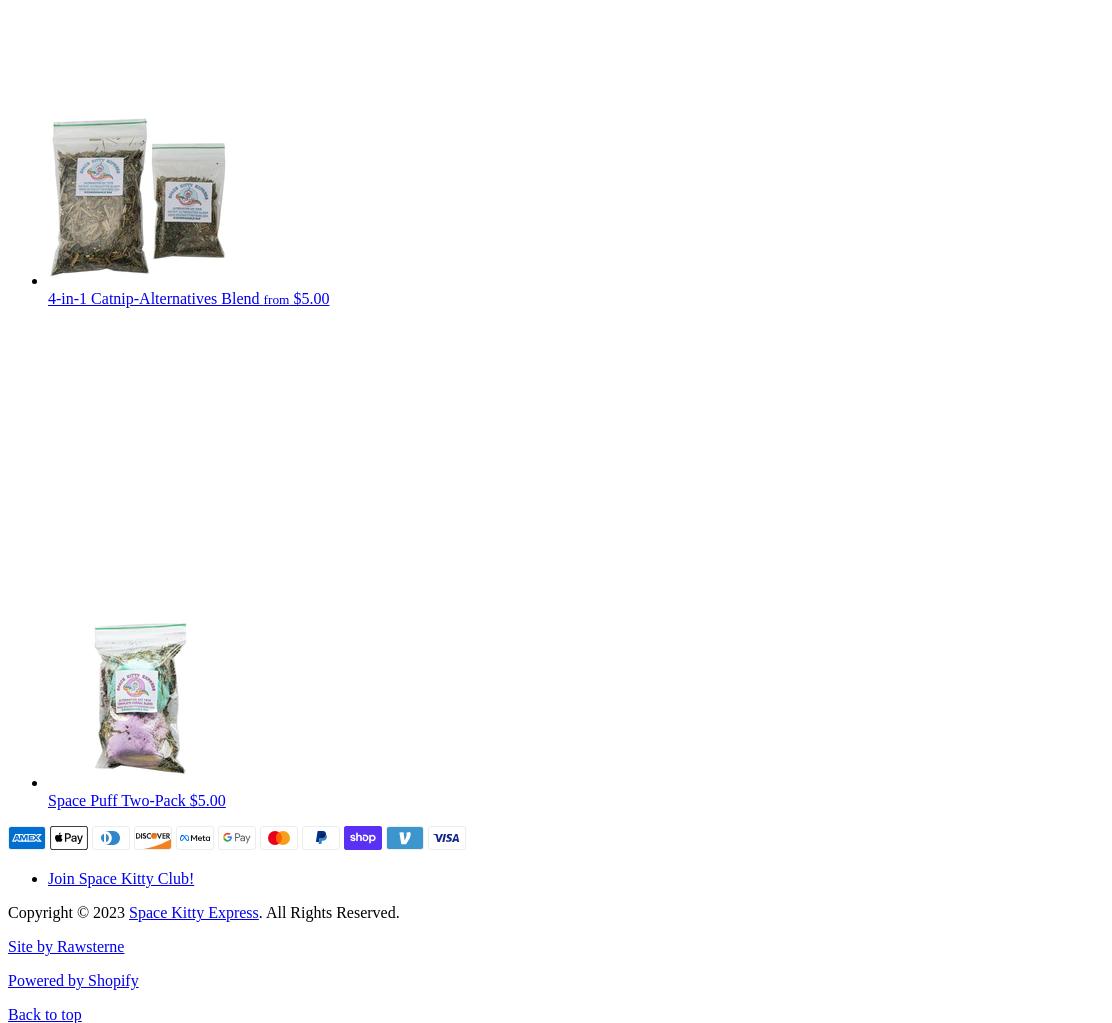 The width and height of the screenshot is (1112, 1023). What do you see at coordinates (68, 911) in the screenshot?
I see `'Copyright © 2023'` at bounding box center [68, 911].